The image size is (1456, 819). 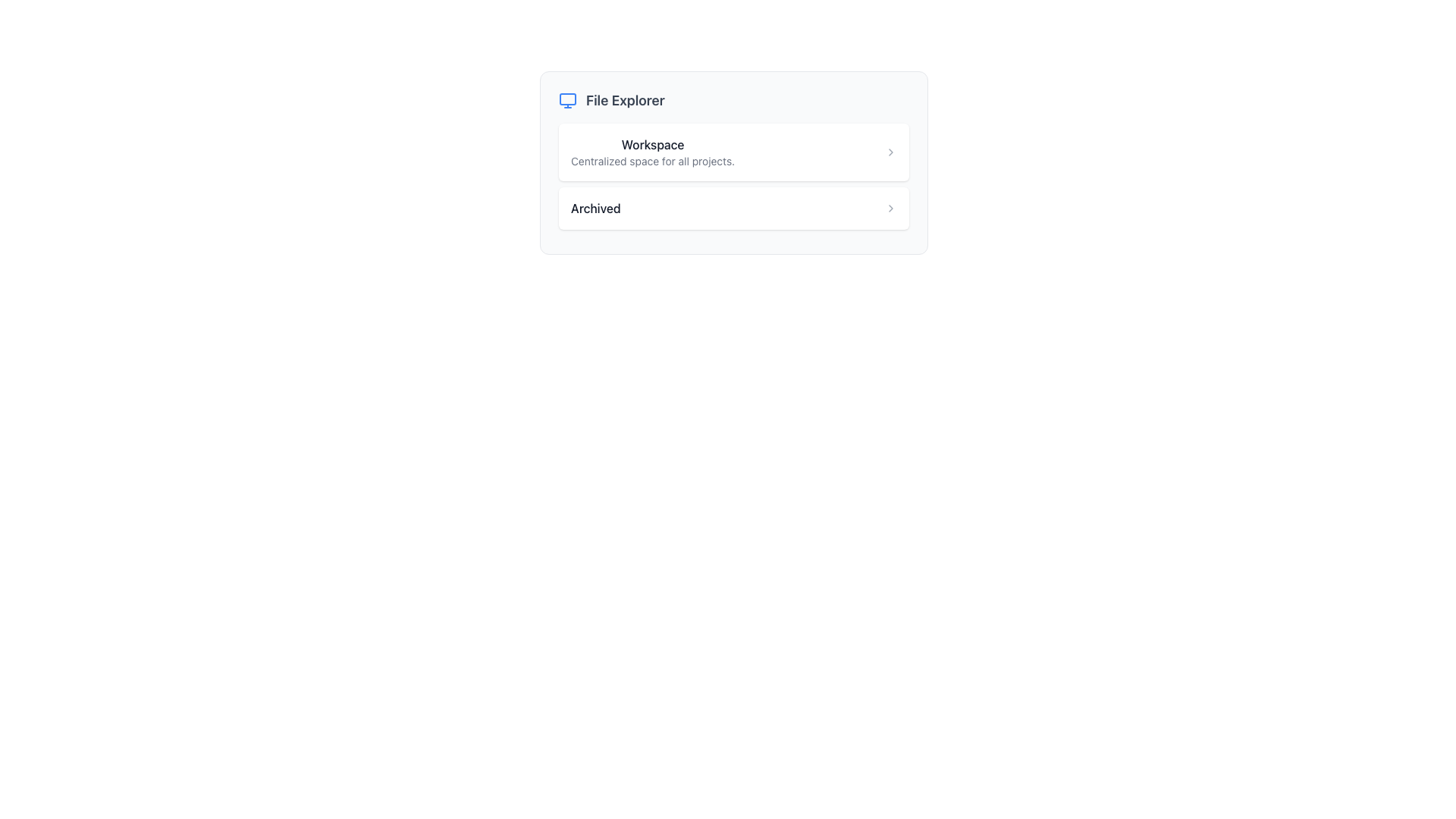 What do you see at coordinates (734, 213) in the screenshot?
I see `the 'Archived' projects button-like list item located below the 'Workspace' section within the card element` at bounding box center [734, 213].